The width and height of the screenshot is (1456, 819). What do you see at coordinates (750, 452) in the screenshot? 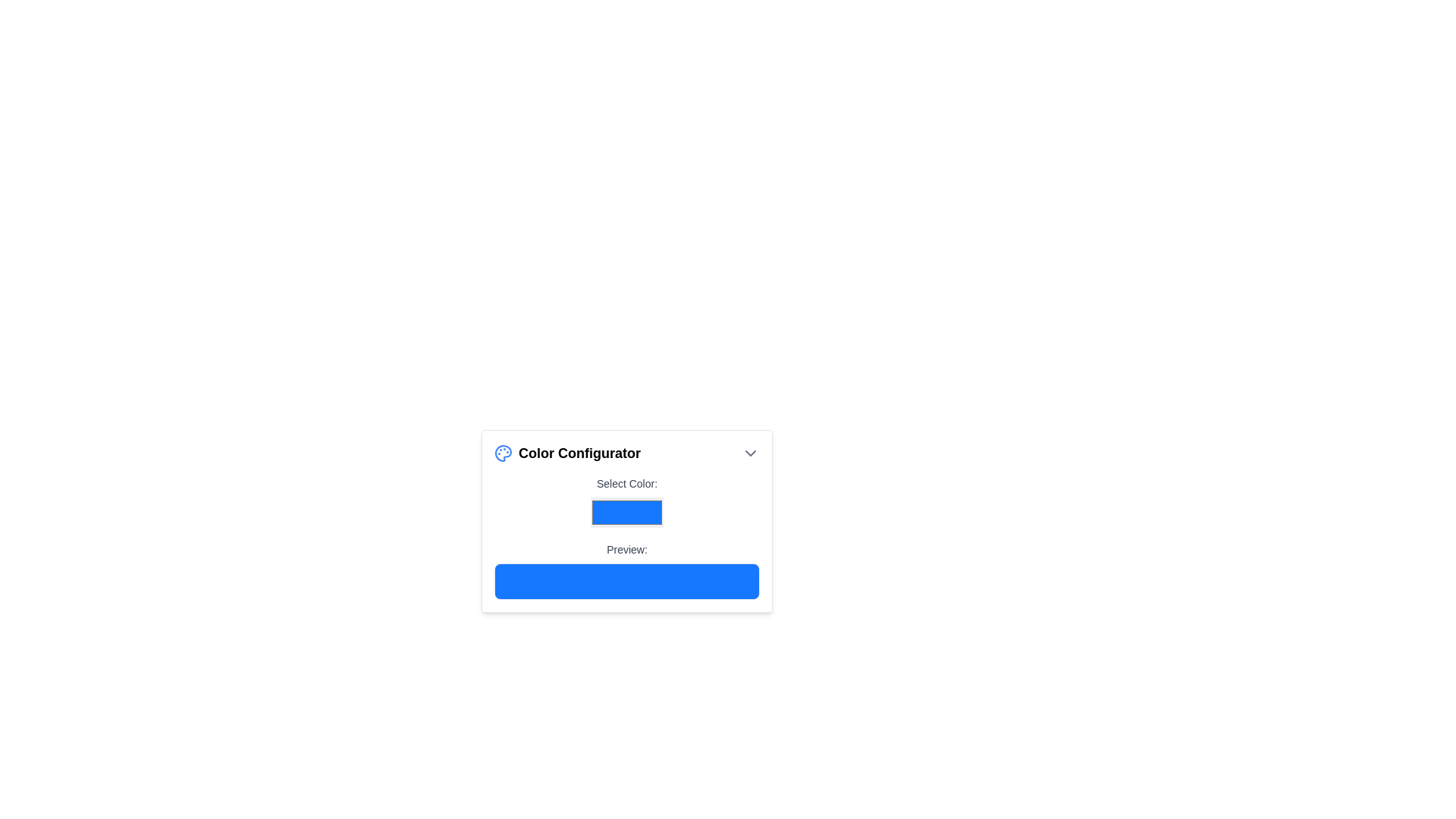
I see `the chevron icon at the top right of the 'Color Configurator' UI` at bounding box center [750, 452].